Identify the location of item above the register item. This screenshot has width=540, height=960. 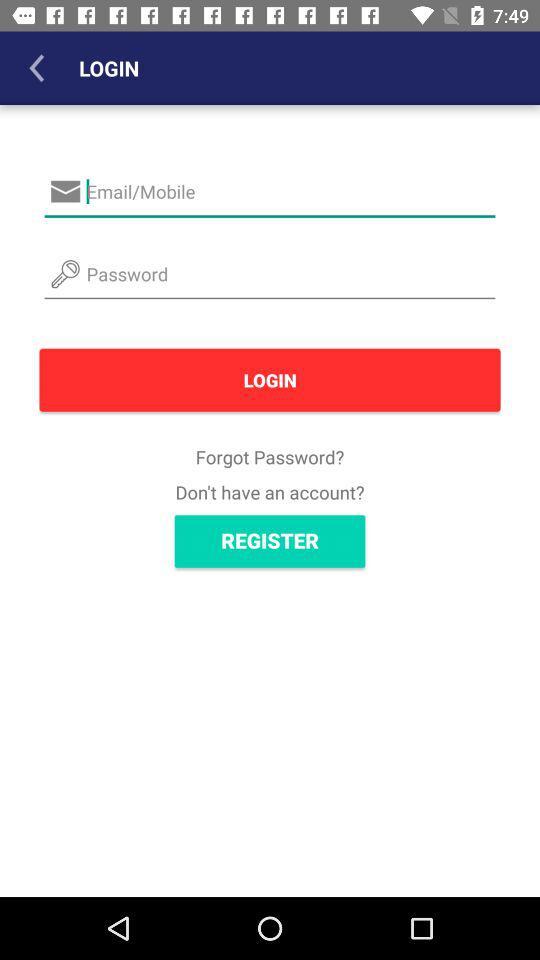
(270, 491).